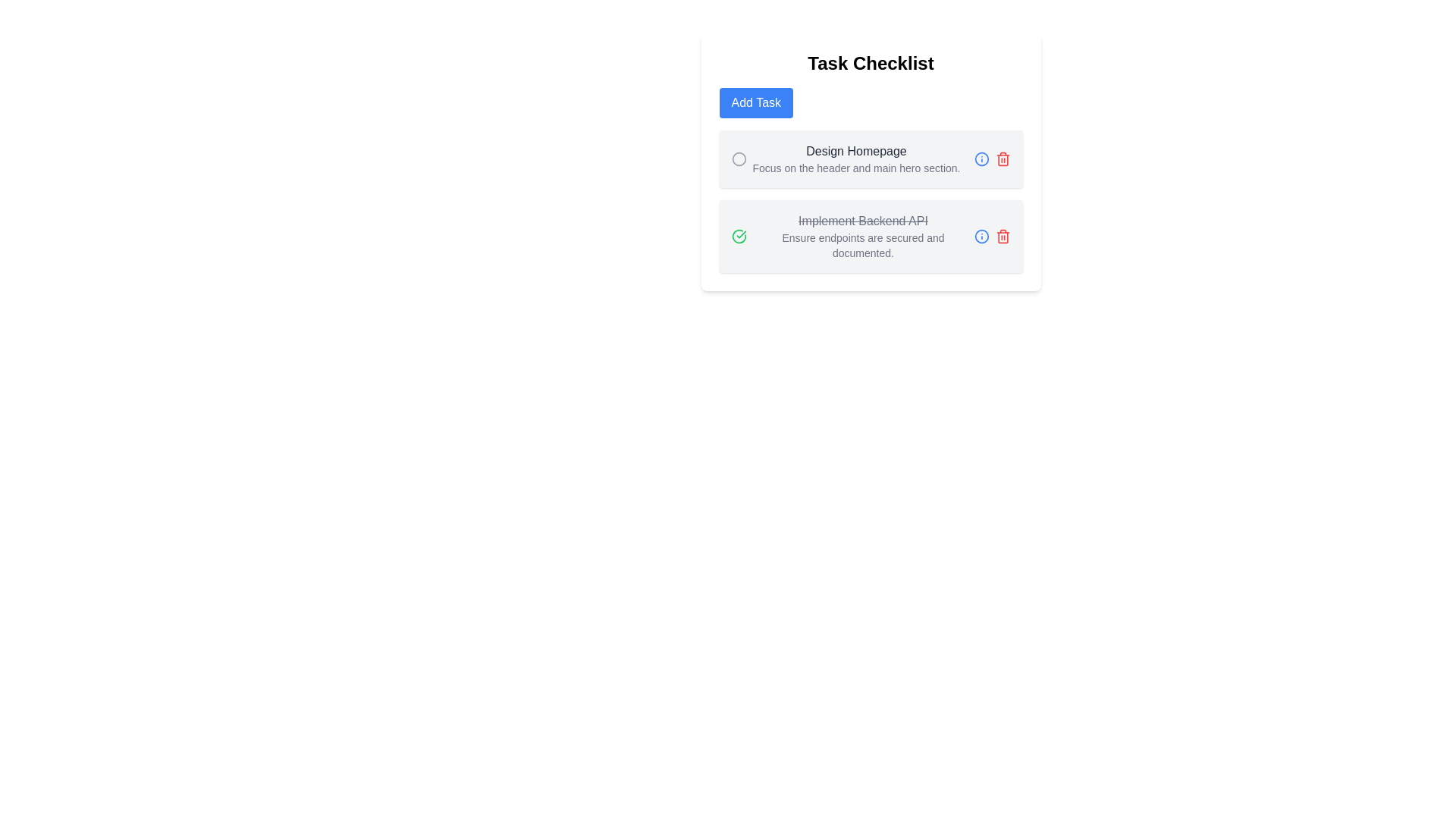  What do you see at coordinates (739, 237) in the screenshot?
I see `the green checkmark icon representing task completion` at bounding box center [739, 237].